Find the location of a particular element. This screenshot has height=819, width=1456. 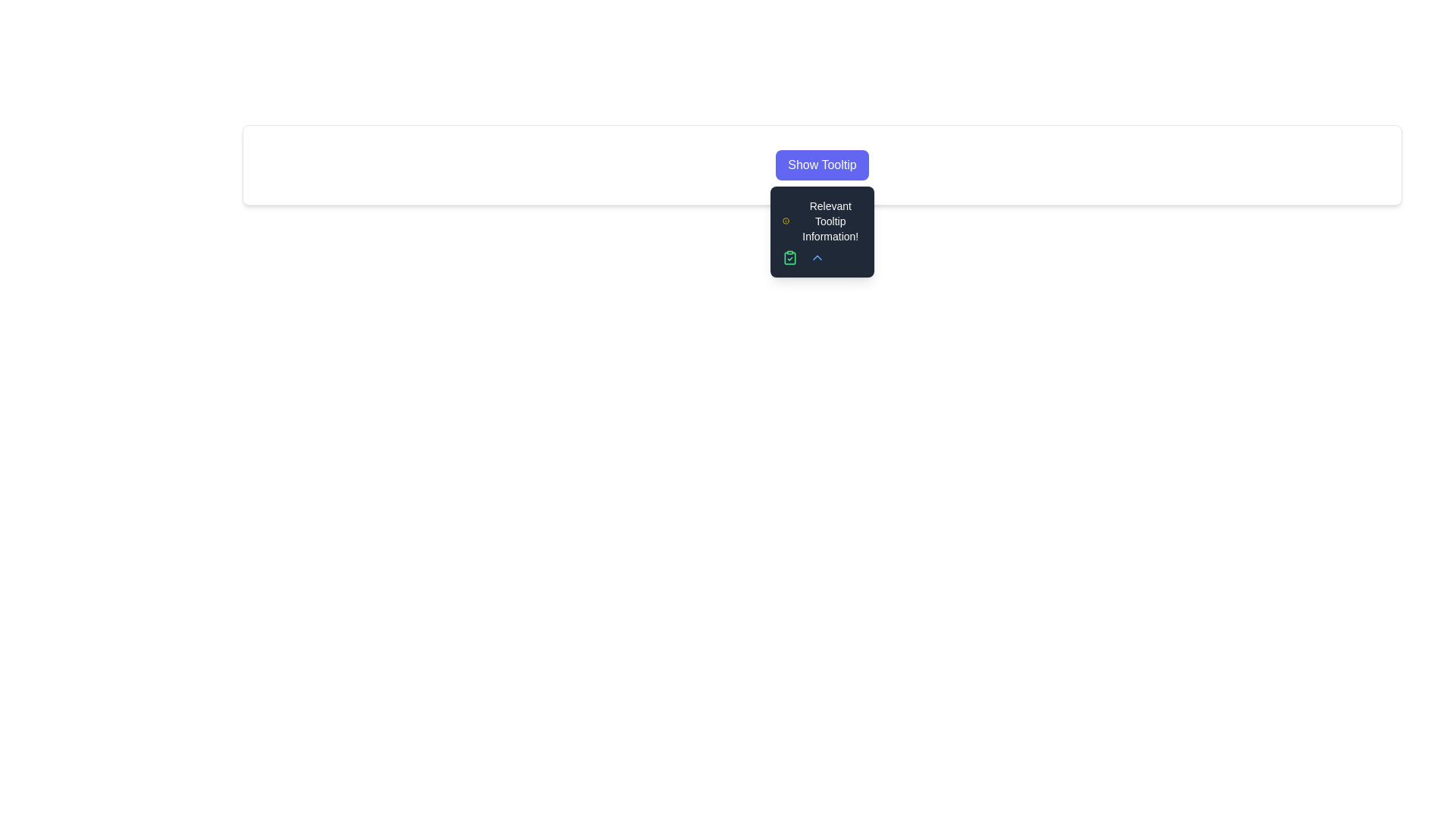

the rectangular button with rounded corners labeled 'Show Tooltip', which has a vibrant purple background and white text, to observe the hover effects is located at coordinates (821, 165).